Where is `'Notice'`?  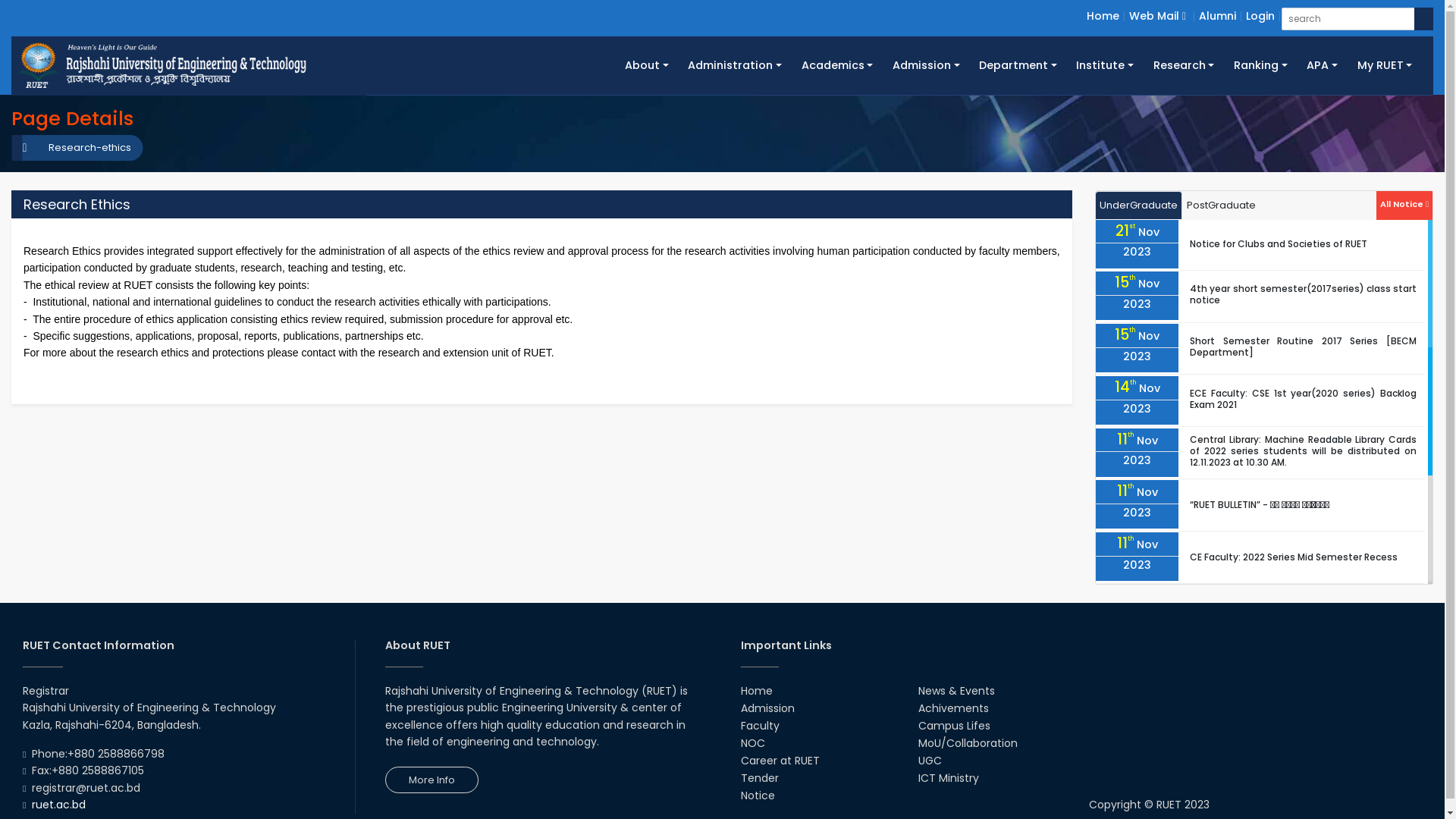
'Notice' is located at coordinates (739, 795).